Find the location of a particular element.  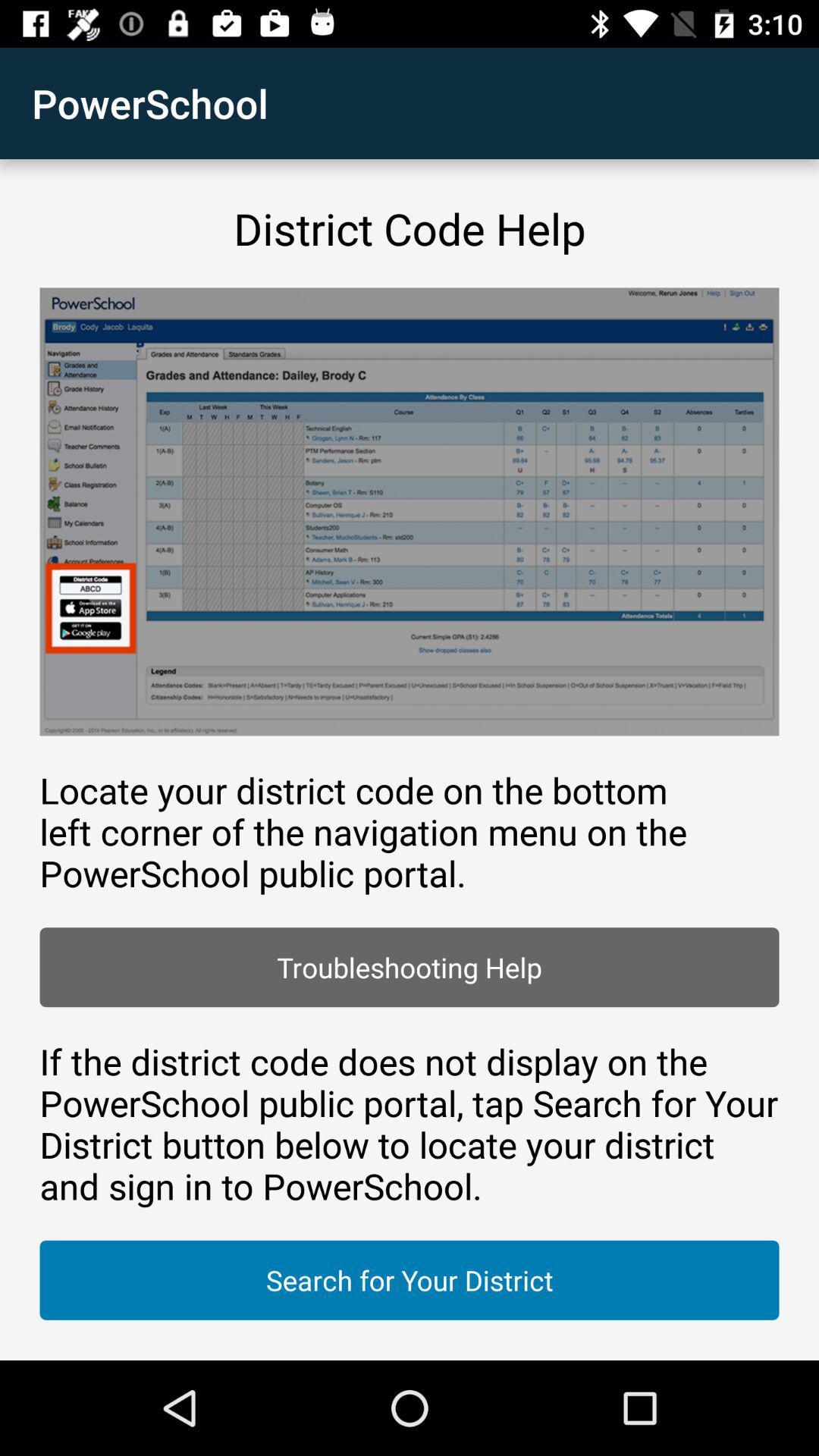

item below locate your district is located at coordinates (409, 966).